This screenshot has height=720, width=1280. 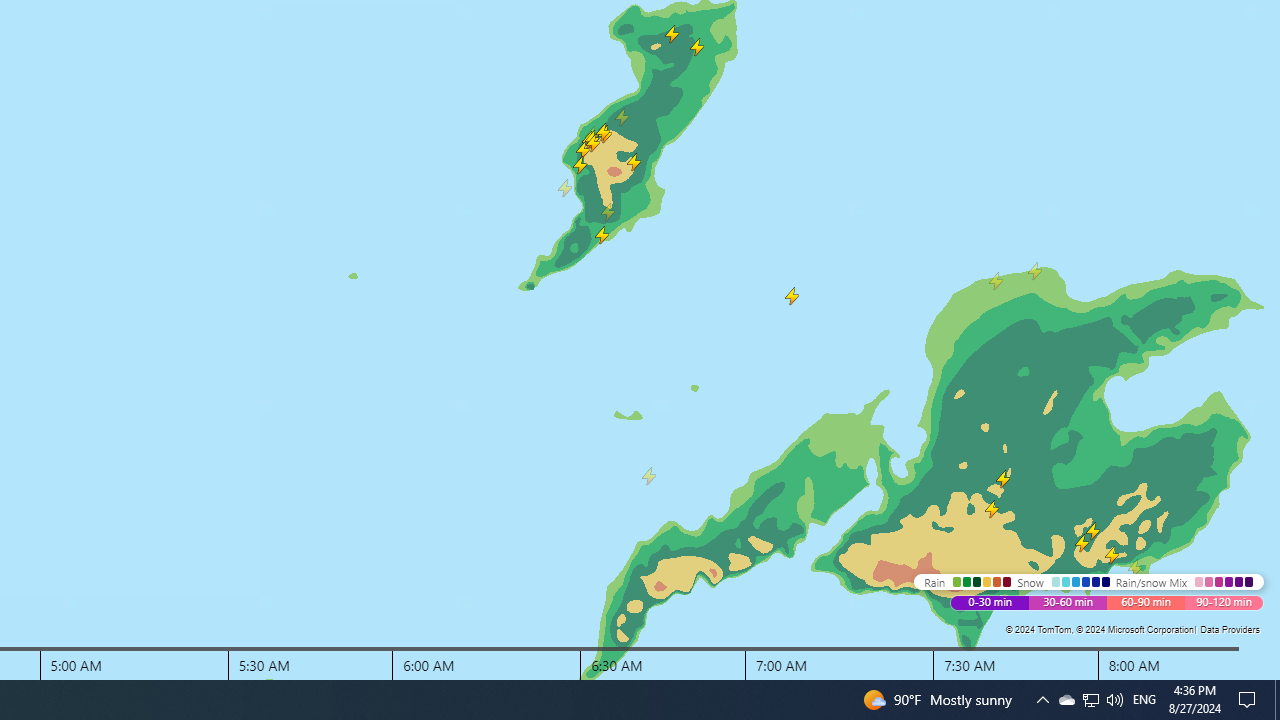 I want to click on 'Show desktop', so click(x=1276, y=698).